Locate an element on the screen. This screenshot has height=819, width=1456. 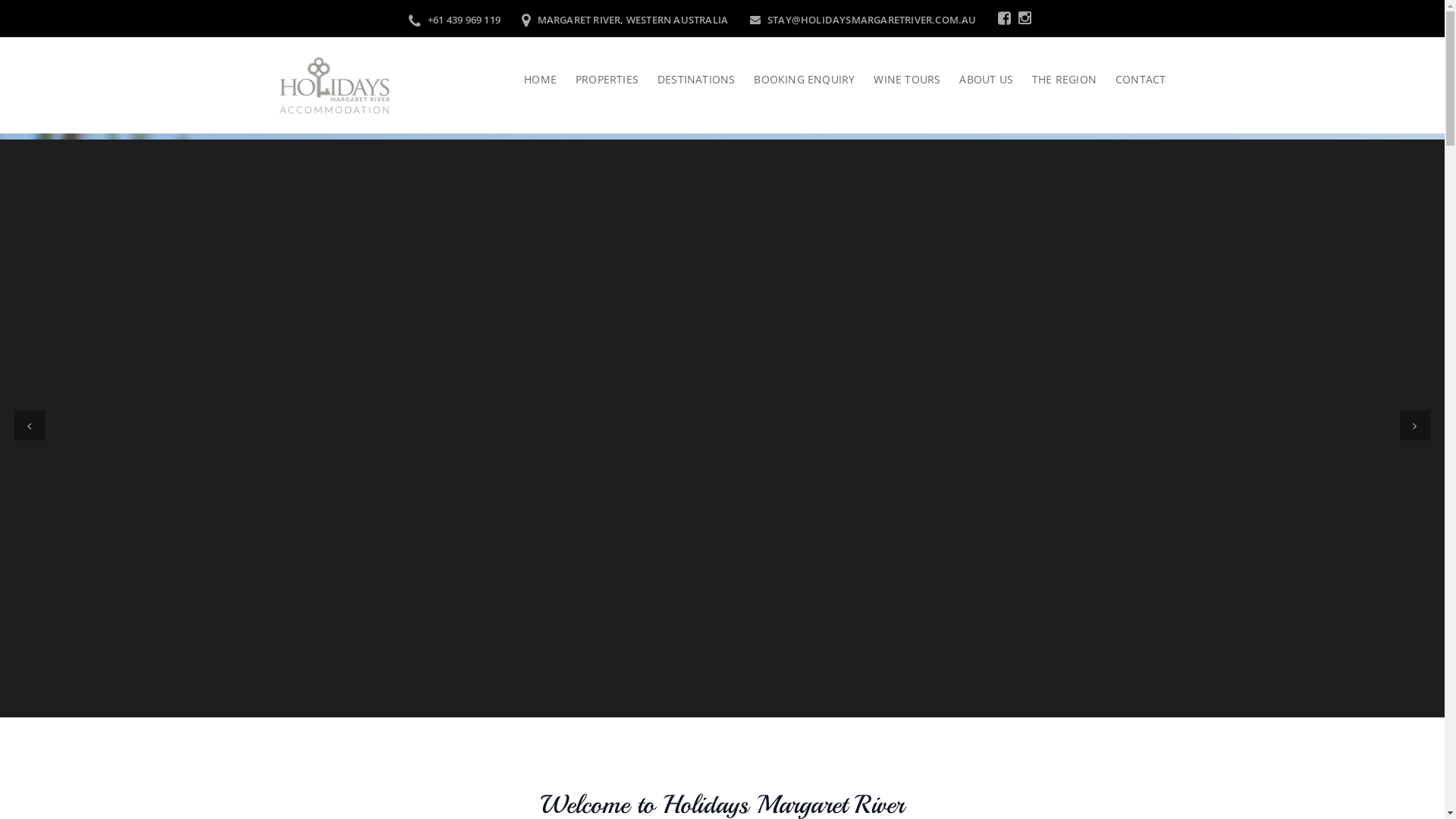
'STAY@HOLIDAYSMARGARETRIVER.COM.AU' is located at coordinates (862, 18).